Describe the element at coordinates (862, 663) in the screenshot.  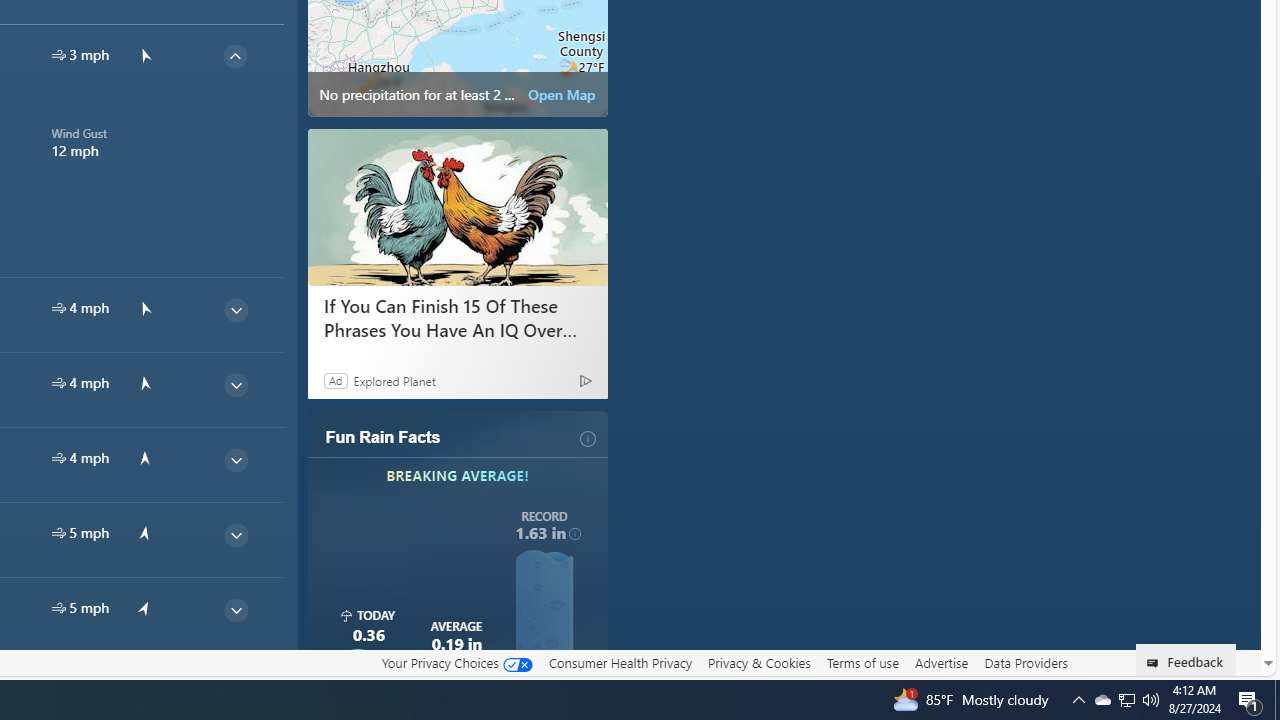
I see `'Terms of use'` at that location.